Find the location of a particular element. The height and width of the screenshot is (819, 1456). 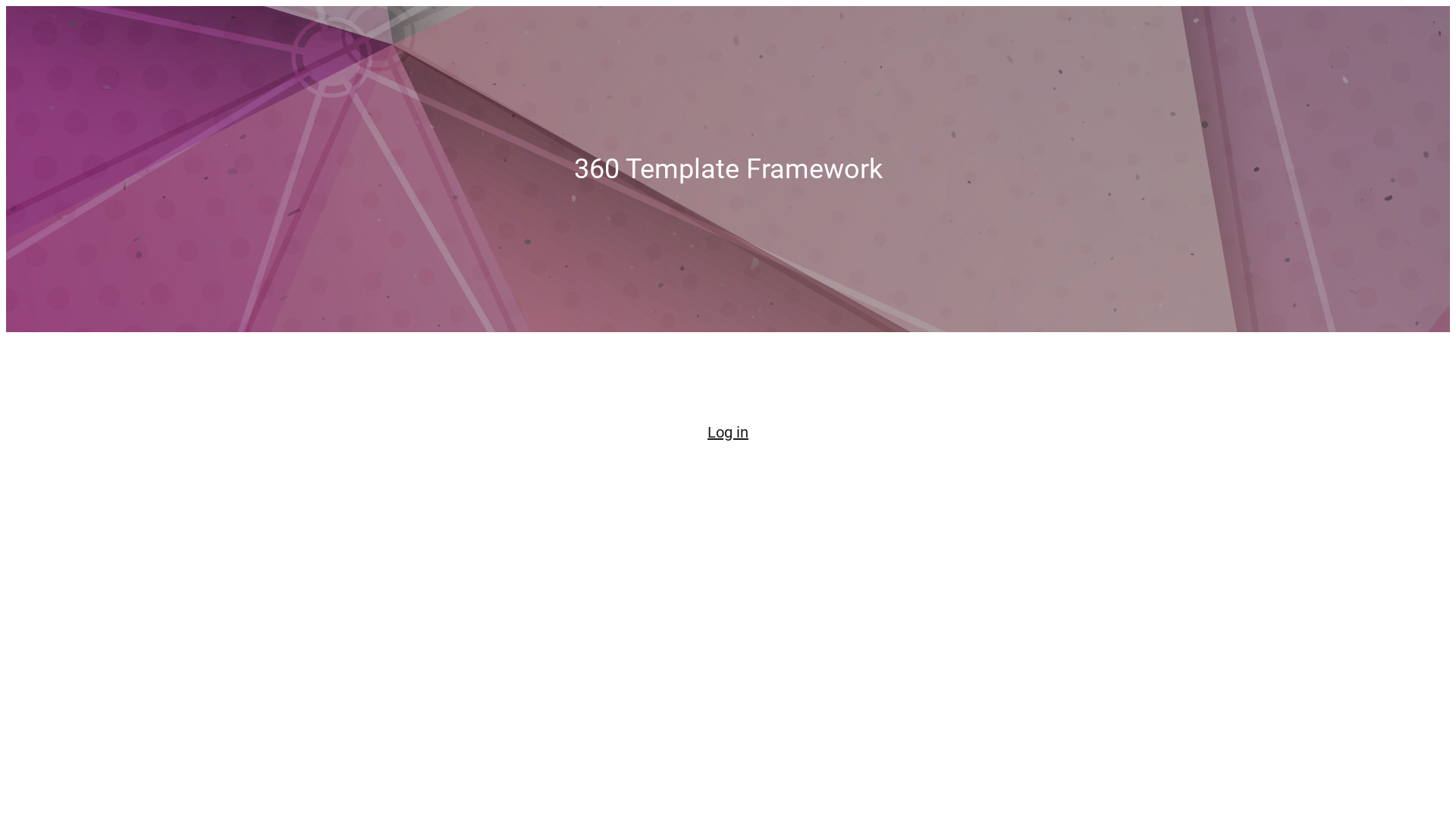

'Log in' is located at coordinates (728, 432).